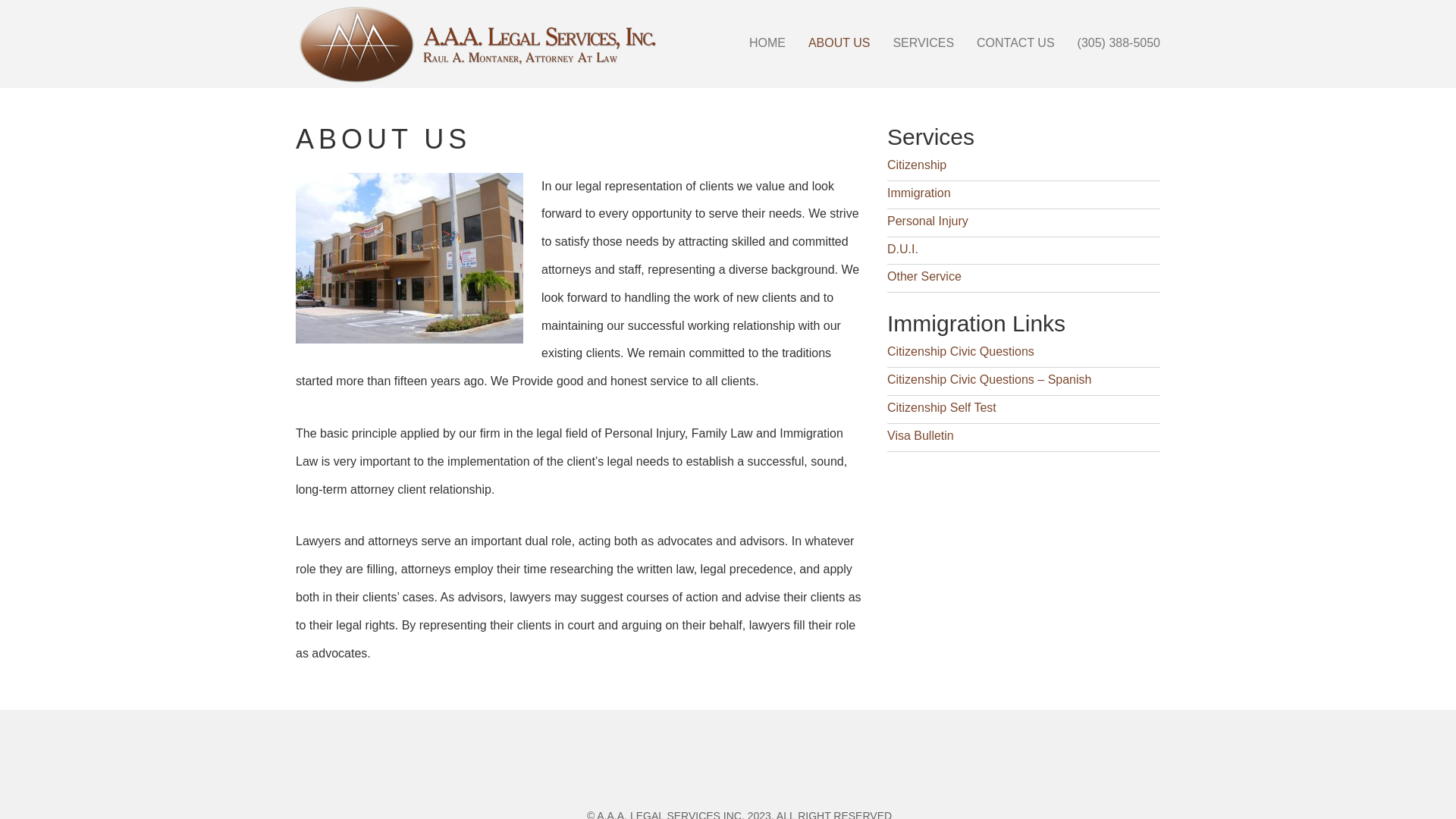  What do you see at coordinates (887, 406) in the screenshot?
I see `'Citizenship Self Test'` at bounding box center [887, 406].